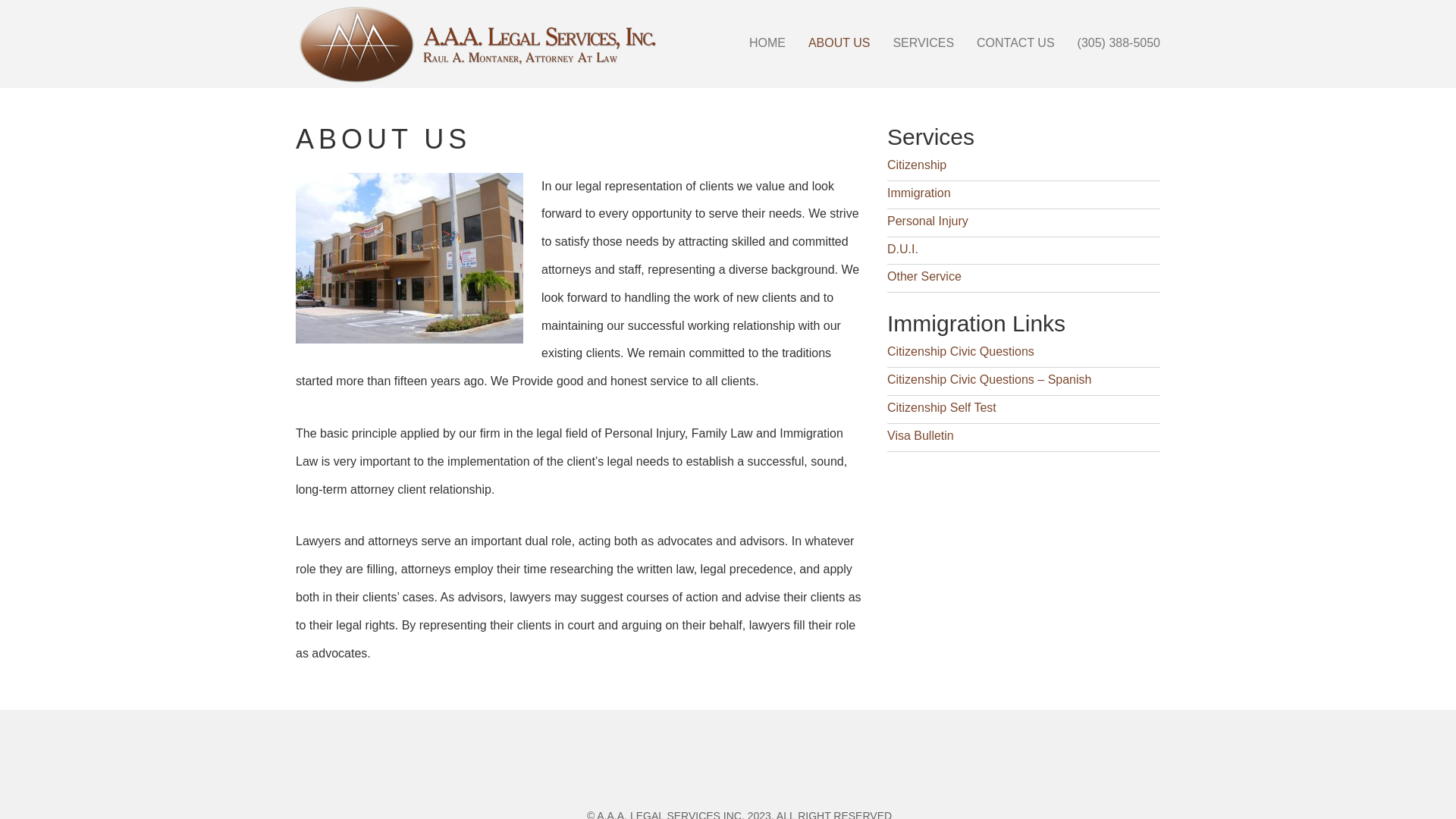  What do you see at coordinates (887, 406) in the screenshot?
I see `'Citizenship Self Test'` at bounding box center [887, 406].